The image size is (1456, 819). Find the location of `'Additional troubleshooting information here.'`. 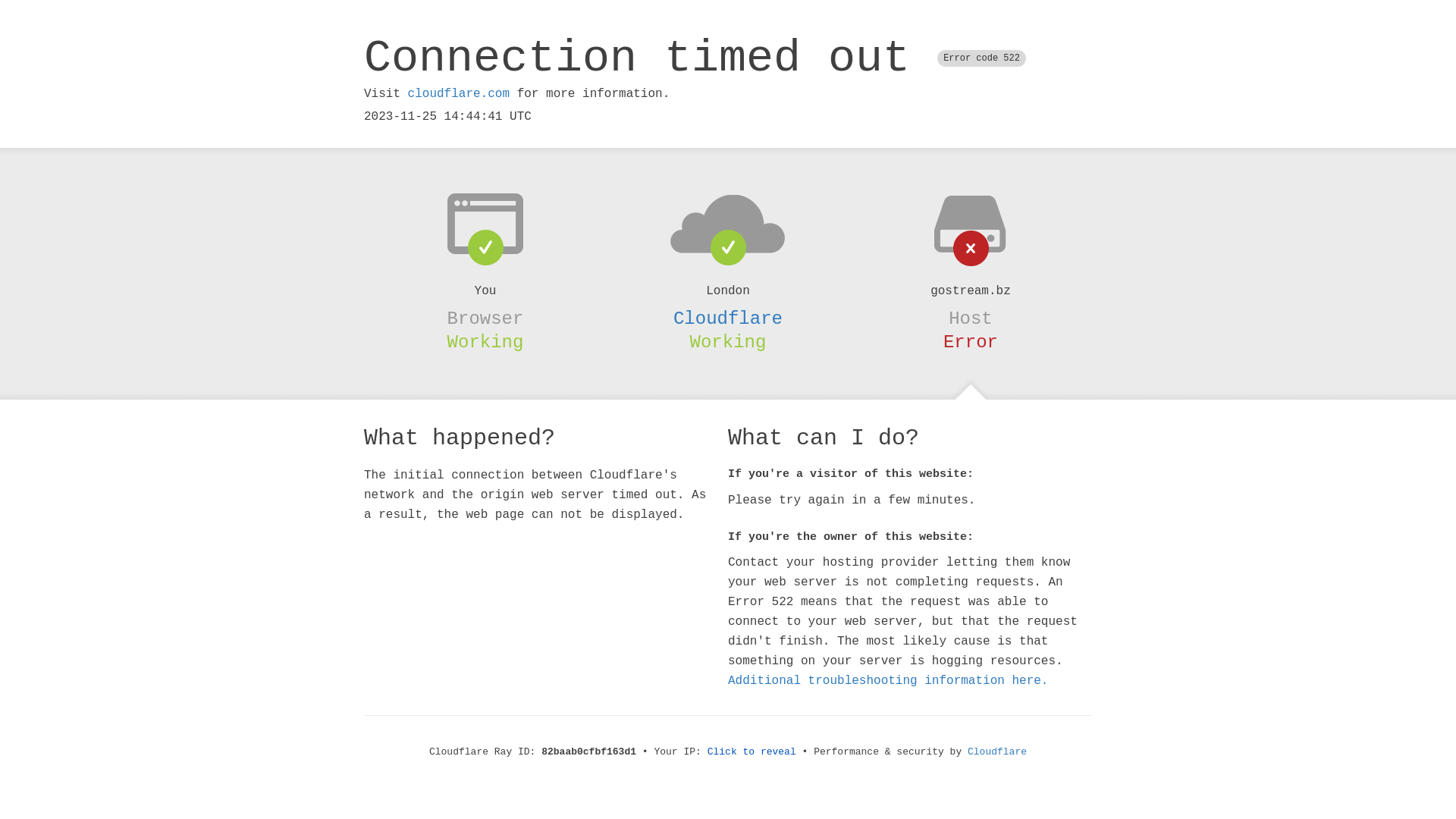

'Additional troubleshooting information here.' is located at coordinates (888, 680).